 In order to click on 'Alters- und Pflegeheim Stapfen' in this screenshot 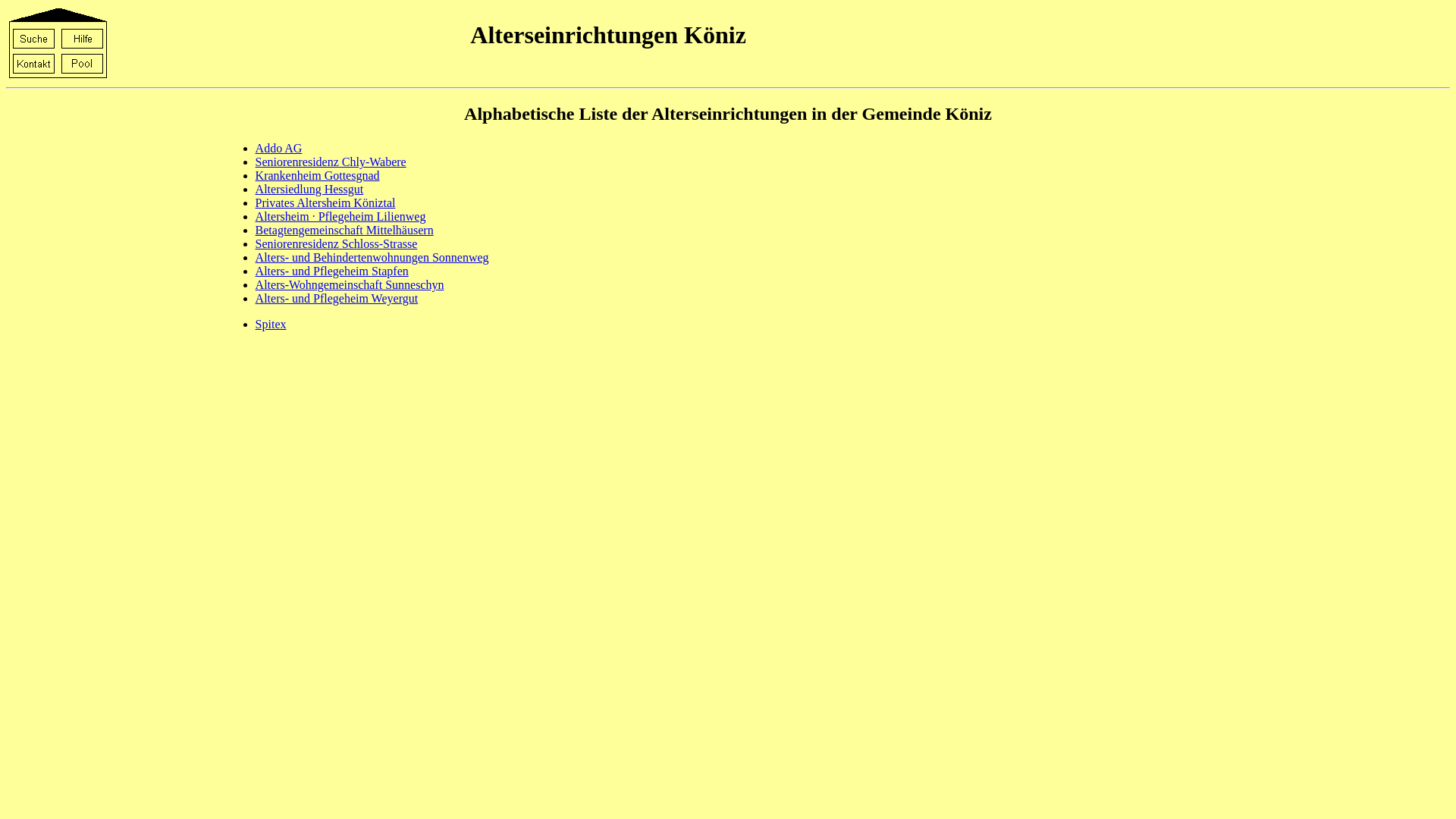, I will do `click(331, 270)`.